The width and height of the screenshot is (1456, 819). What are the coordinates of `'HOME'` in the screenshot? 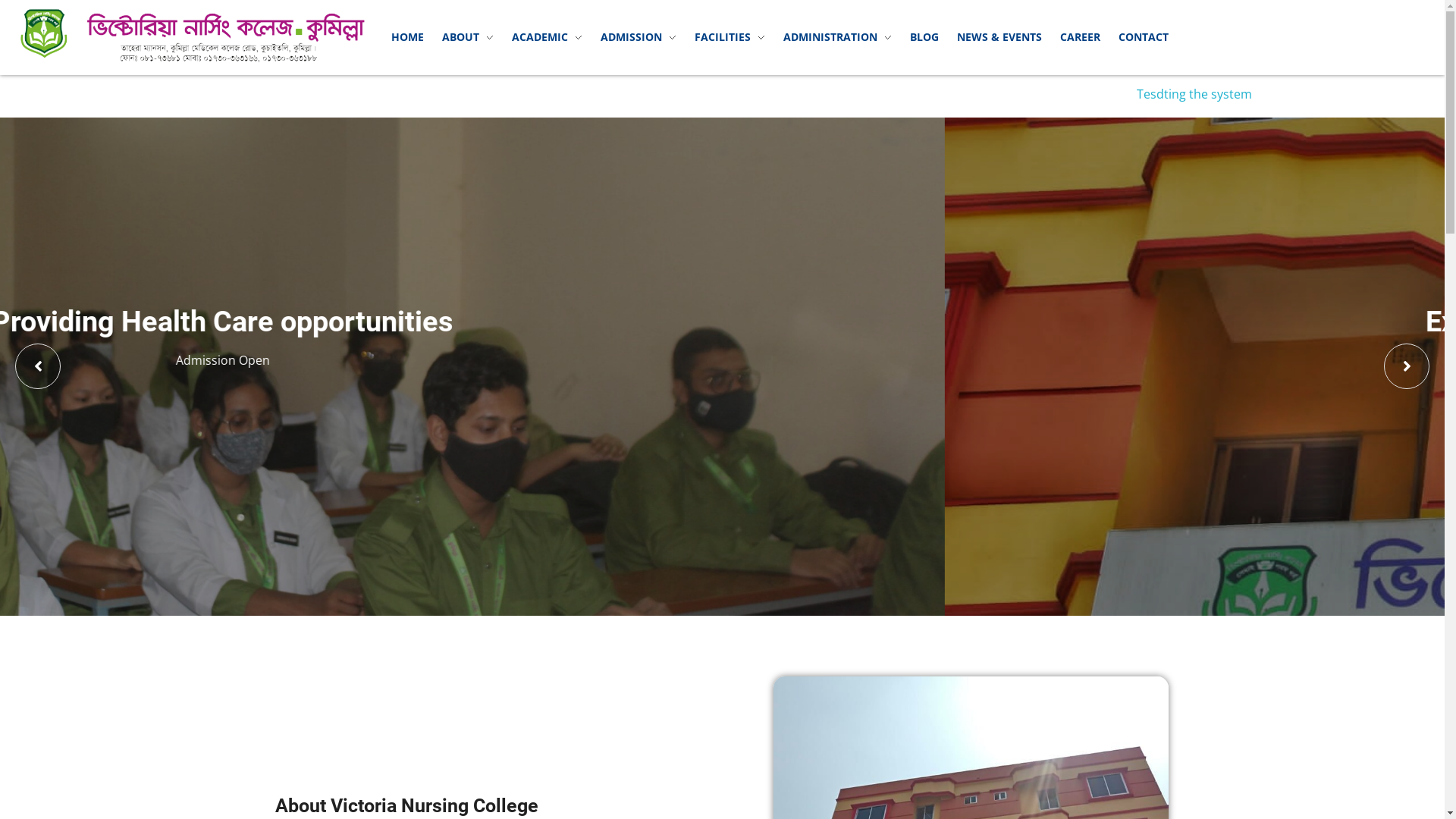 It's located at (407, 36).